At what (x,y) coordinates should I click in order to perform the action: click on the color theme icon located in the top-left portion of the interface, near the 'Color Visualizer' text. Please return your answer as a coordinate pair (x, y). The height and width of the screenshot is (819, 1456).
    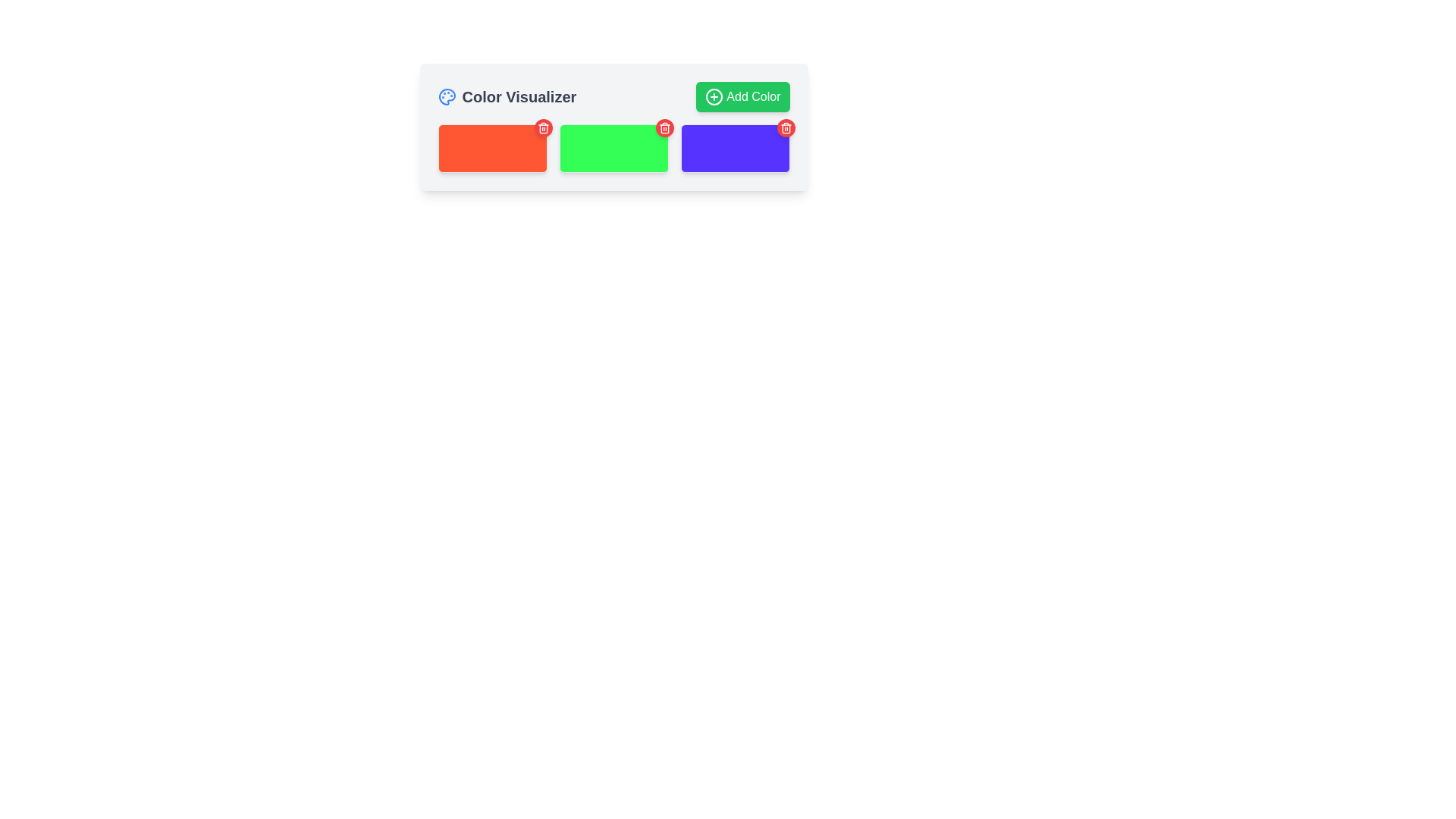
    Looking at the image, I should click on (446, 96).